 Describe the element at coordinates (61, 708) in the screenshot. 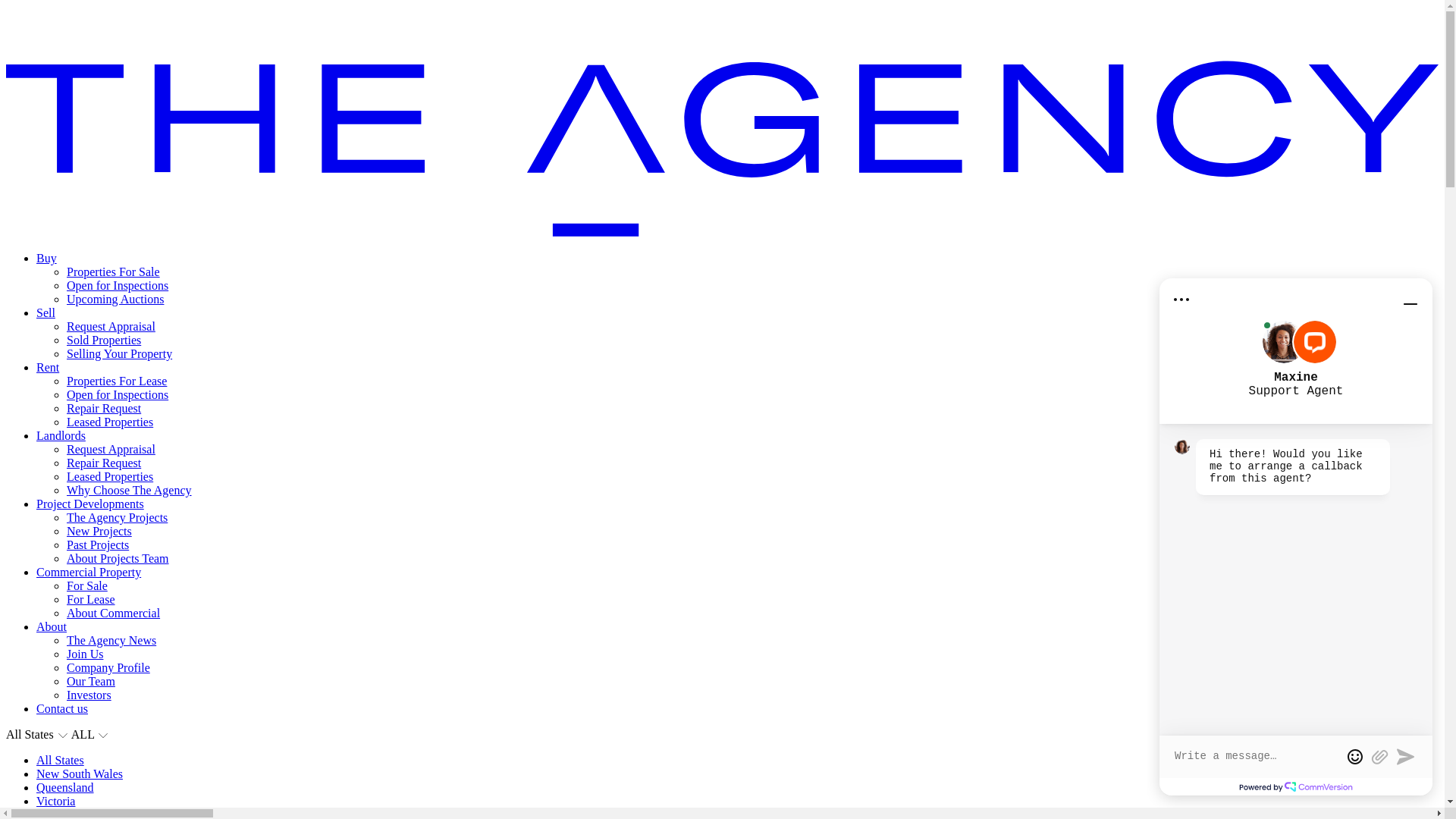

I see `'Contact us'` at that location.